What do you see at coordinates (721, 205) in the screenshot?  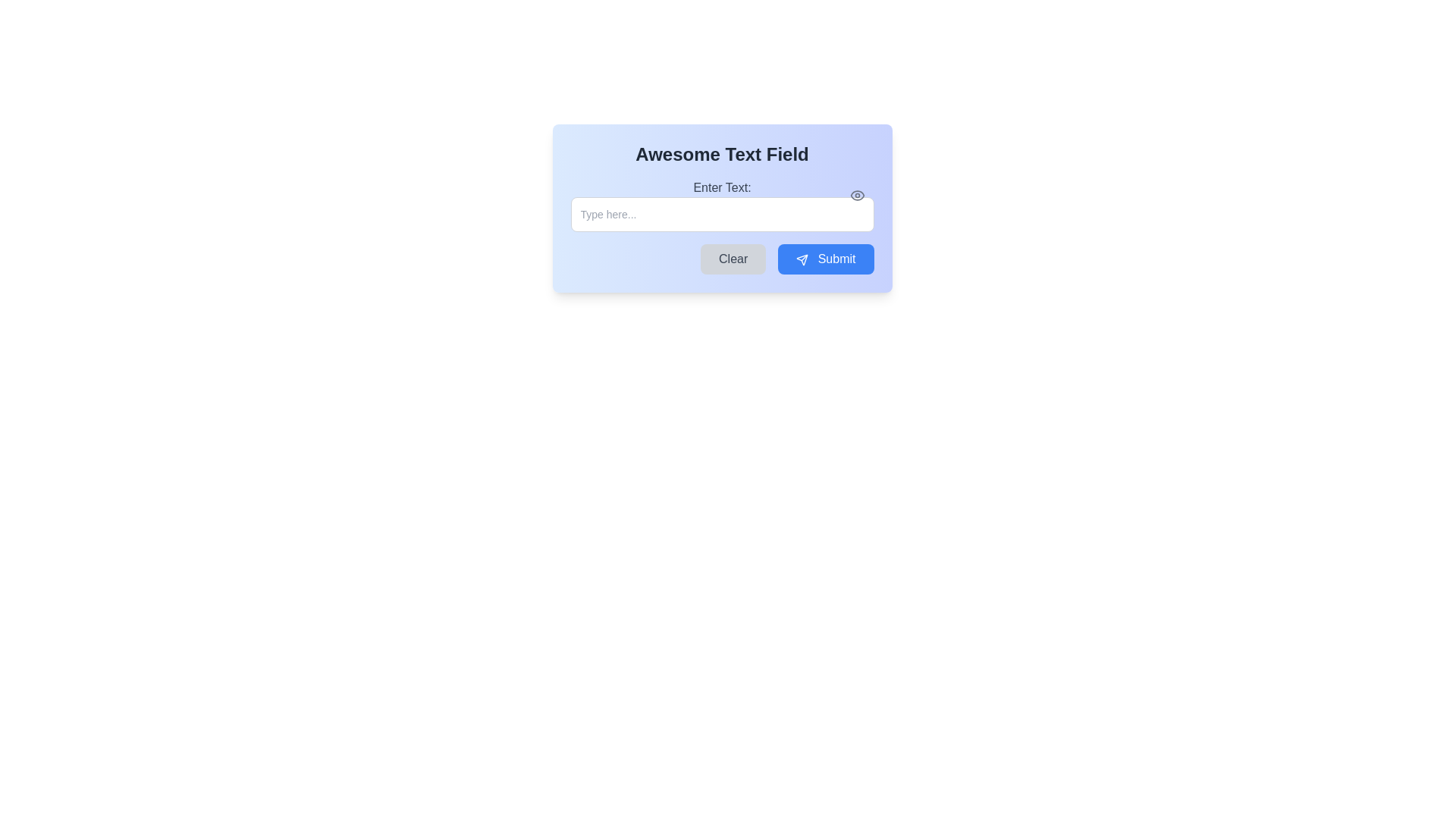 I see `the 'This is a password' text input field, which is styled with rounded corners and a placeholder text 'Type here...', located below the label 'Enter Text:' in the 'Awesome Text Field' area` at bounding box center [721, 205].